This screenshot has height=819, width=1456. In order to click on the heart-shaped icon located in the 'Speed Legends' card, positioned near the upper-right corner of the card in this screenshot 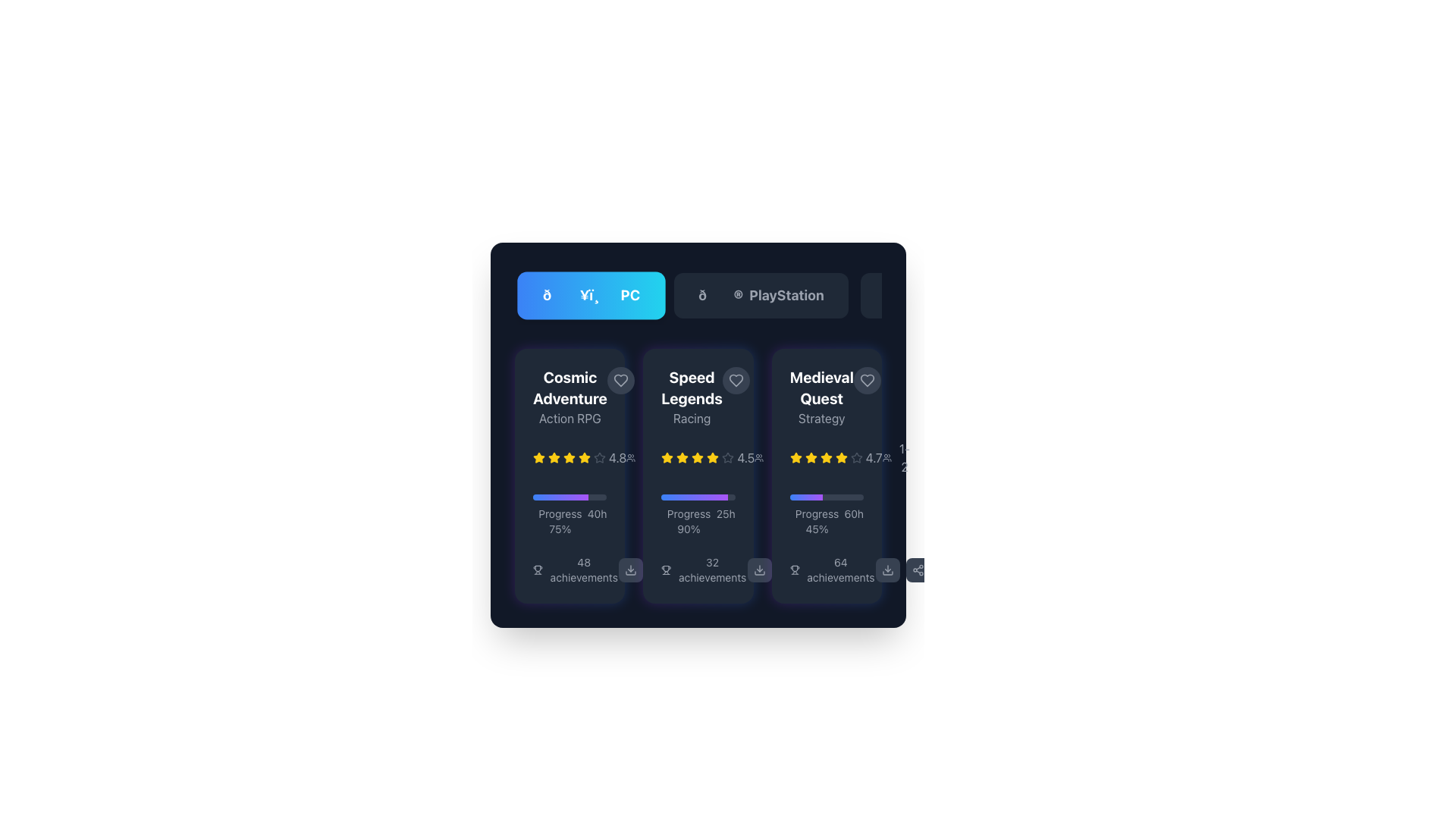, I will do `click(736, 379)`.